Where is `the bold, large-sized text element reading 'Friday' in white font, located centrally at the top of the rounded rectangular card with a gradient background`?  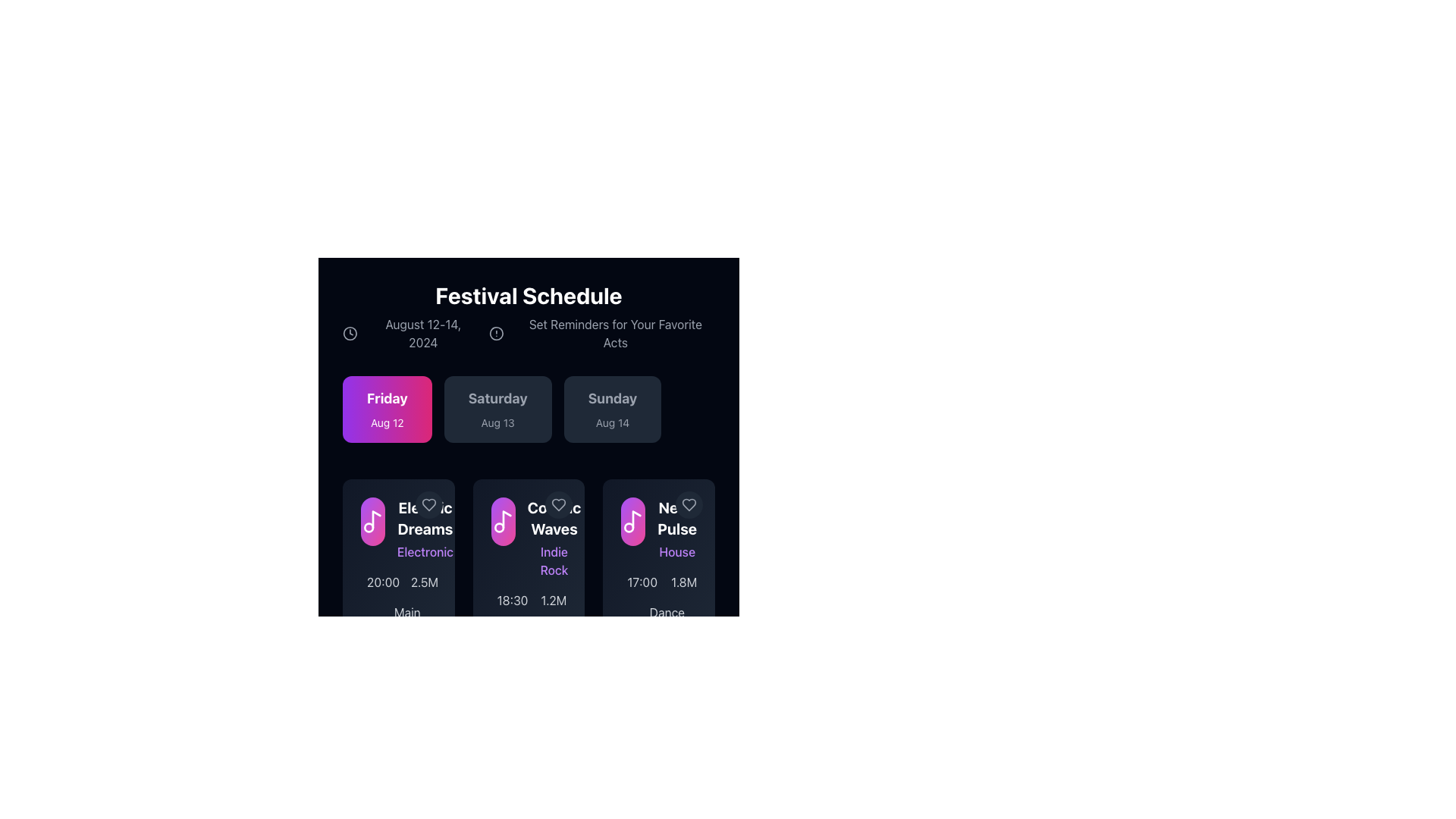
the bold, large-sized text element reading 'Friday' in white font, located centrally at the top of the rounded rectangular card with a gradient background is located at coordinates (387, 397).